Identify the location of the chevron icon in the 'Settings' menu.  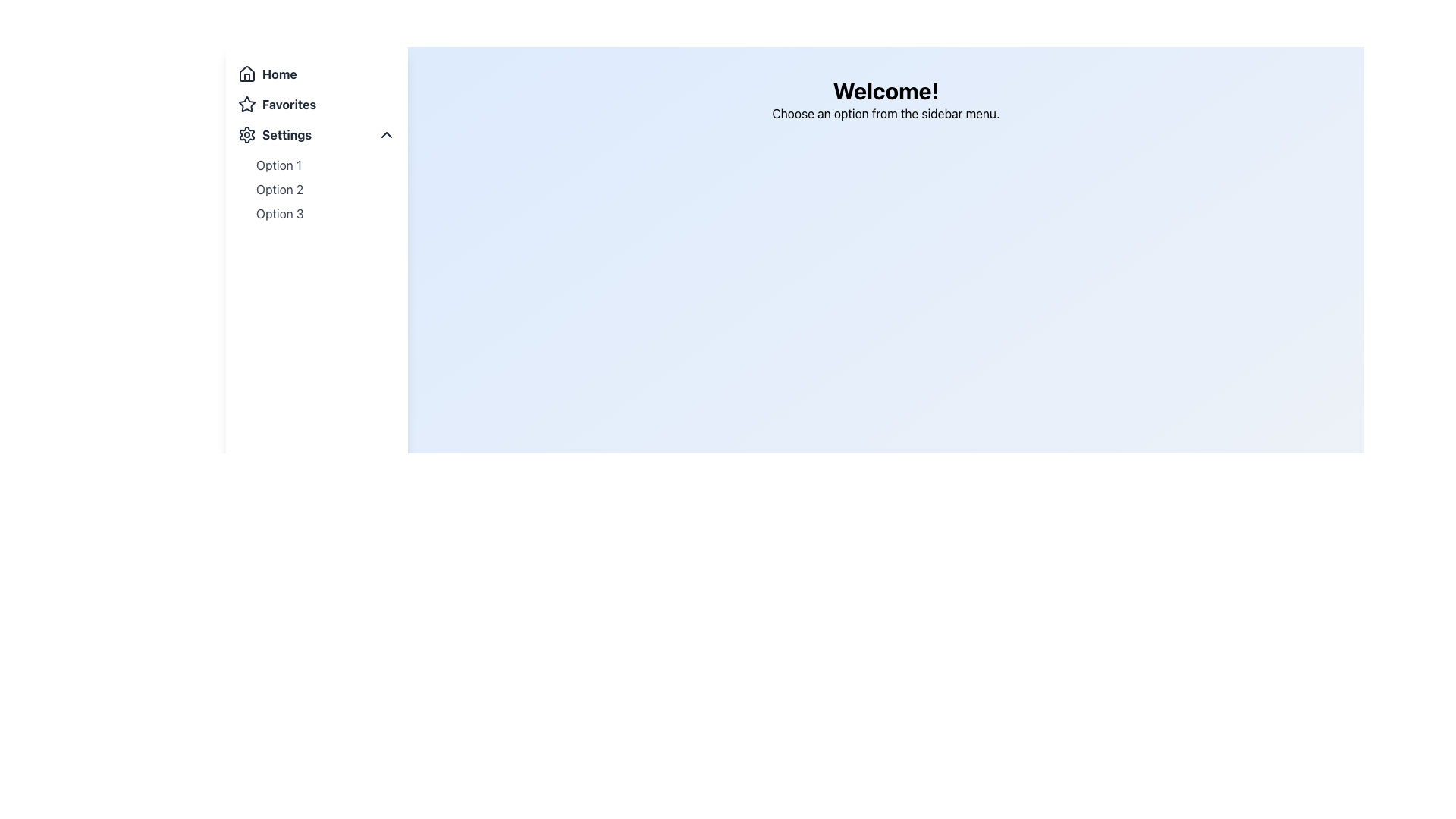
(386, 133).